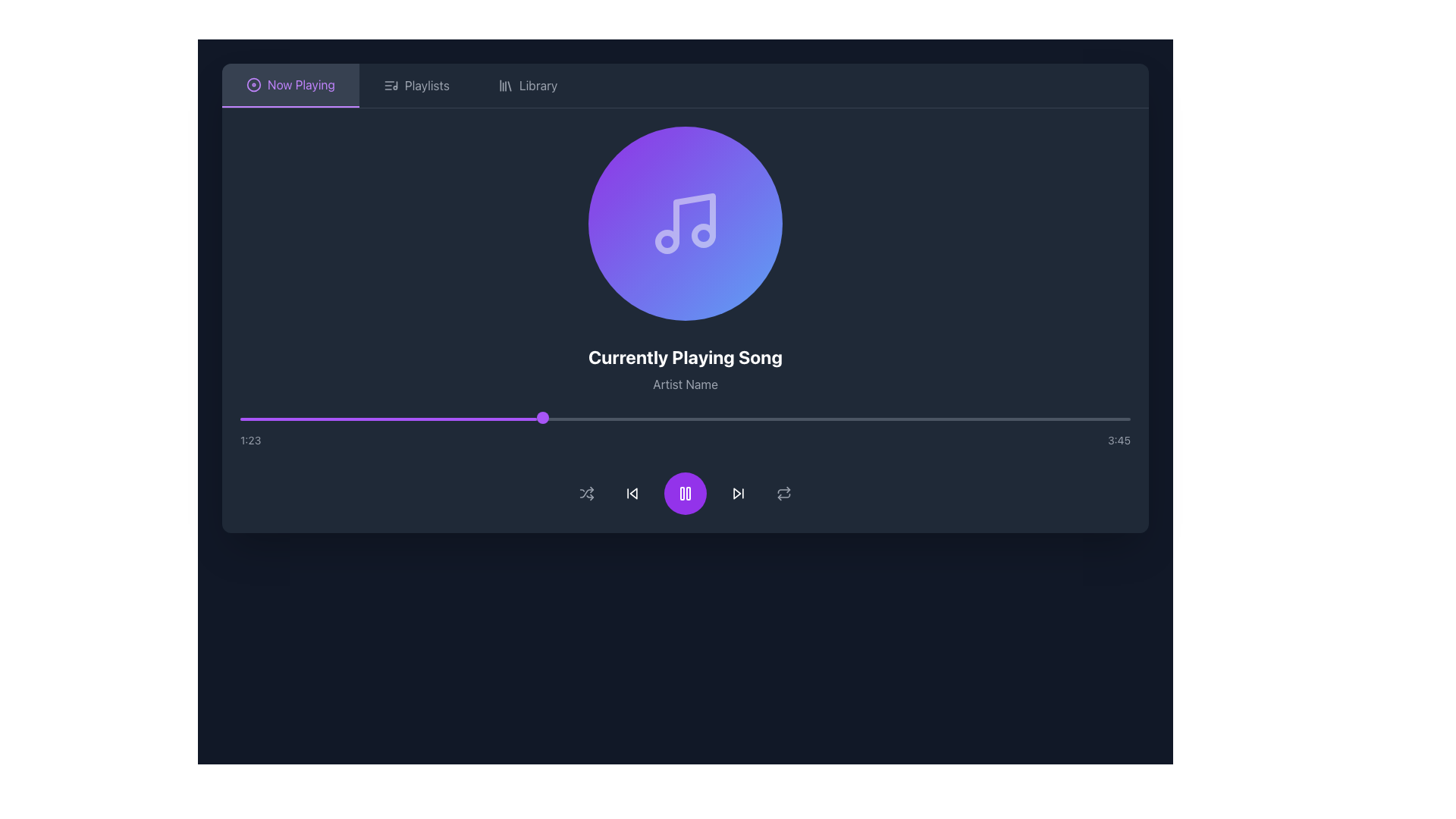  I want to click on the Interactive icon (skip back button) located below the audio progress bar and to the left of the central play button to skip back or restart the current track, so click(633, 494).